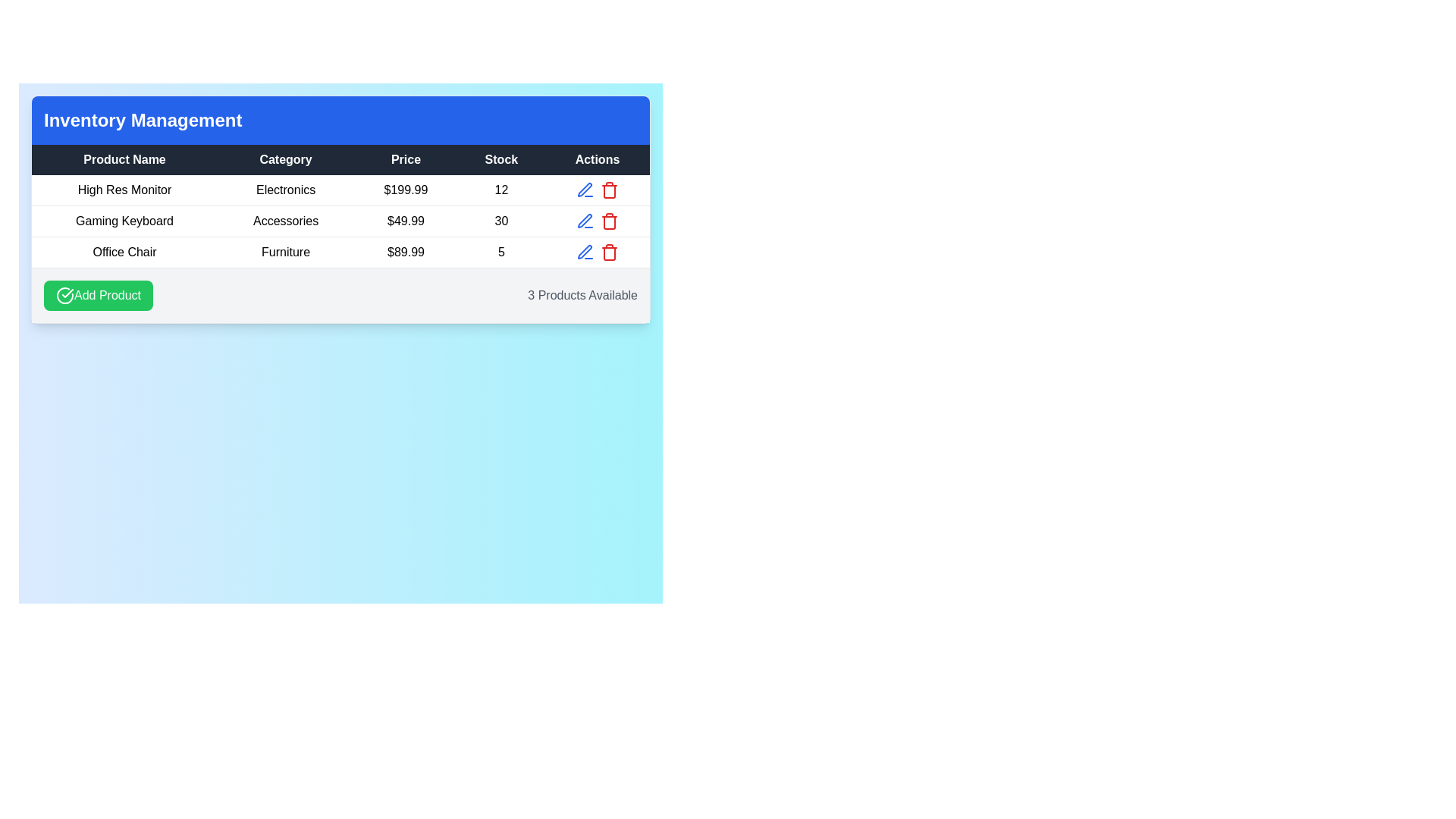 The width and height of the screenshot is (1456, 819). Describe the element at coordinates (582, 295) in the screenshot. I see `the informational text label indicating the count of available products, positioned to the right of the 'Add Product' button` at that location.